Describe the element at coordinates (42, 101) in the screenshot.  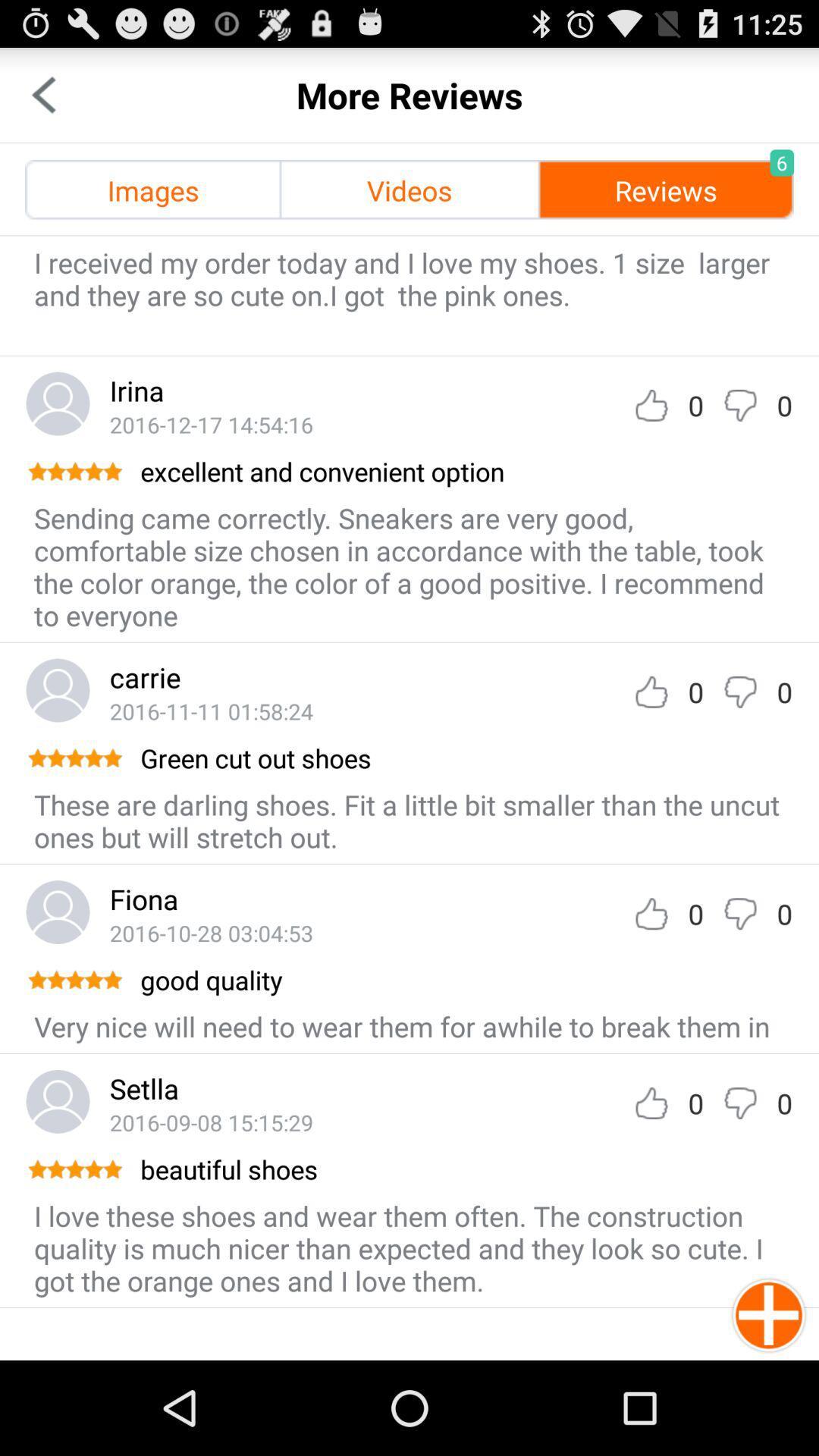
I see `the arrow_backward icon` at that location.